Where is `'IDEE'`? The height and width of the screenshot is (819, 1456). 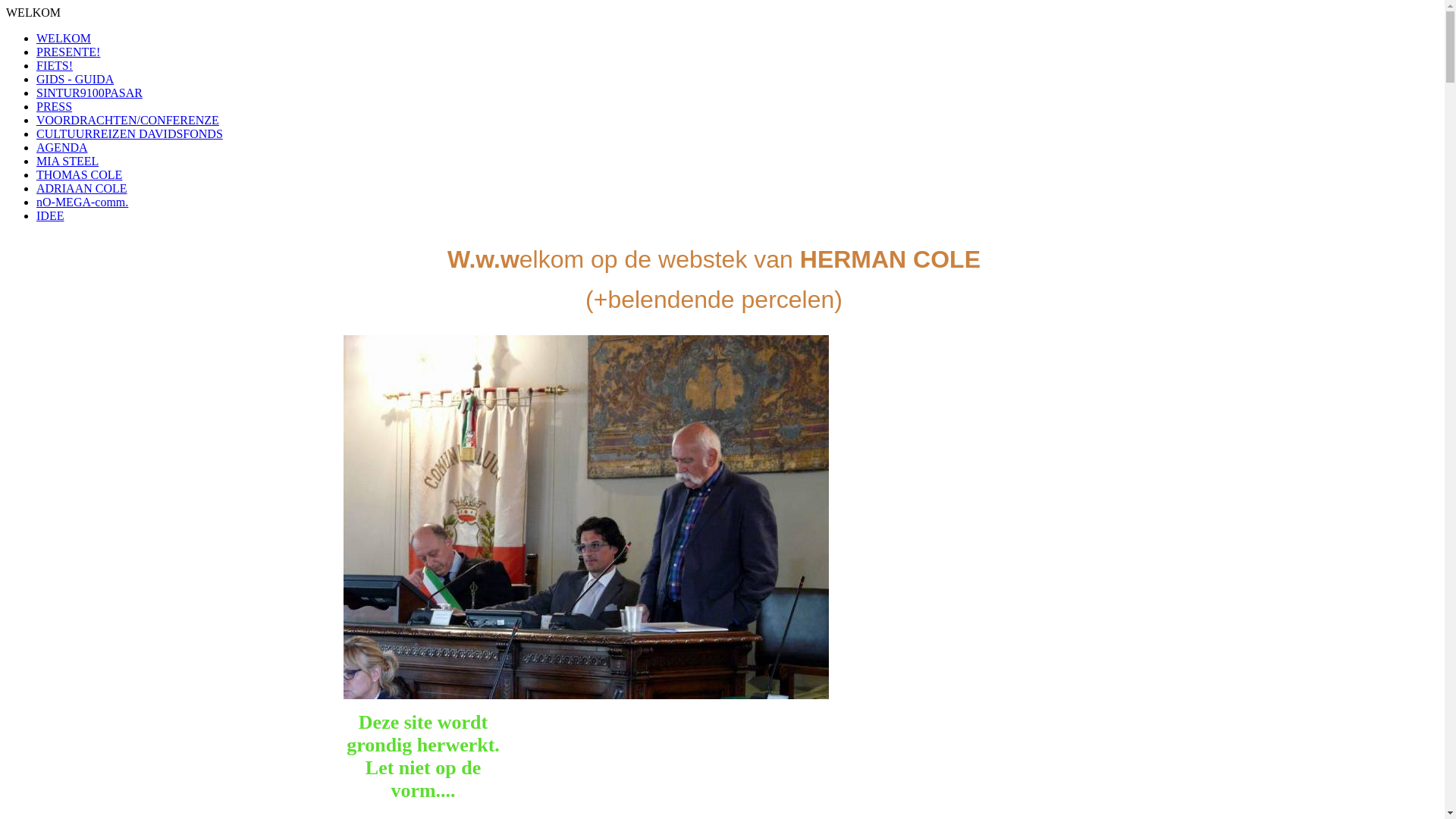 'IDEE' is located at coordinates (50, 215).